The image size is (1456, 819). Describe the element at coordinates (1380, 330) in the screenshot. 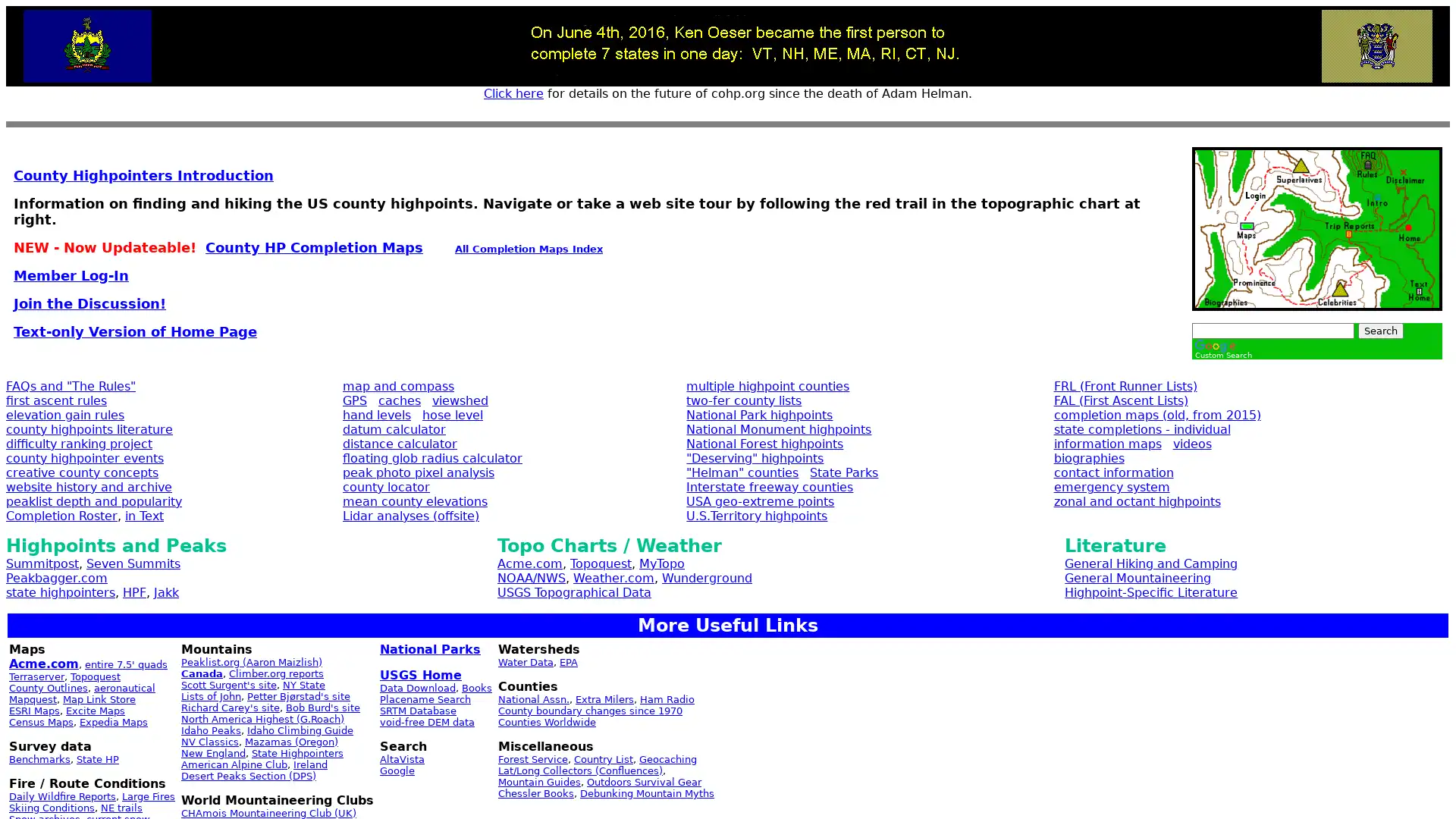

I see `Search` at that location.